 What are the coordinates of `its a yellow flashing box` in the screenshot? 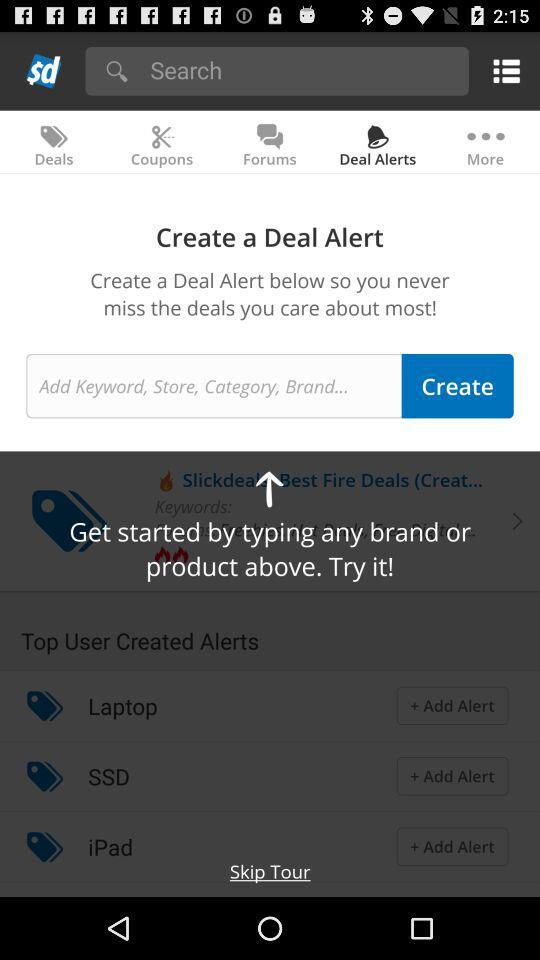 It's located at (502, 70).